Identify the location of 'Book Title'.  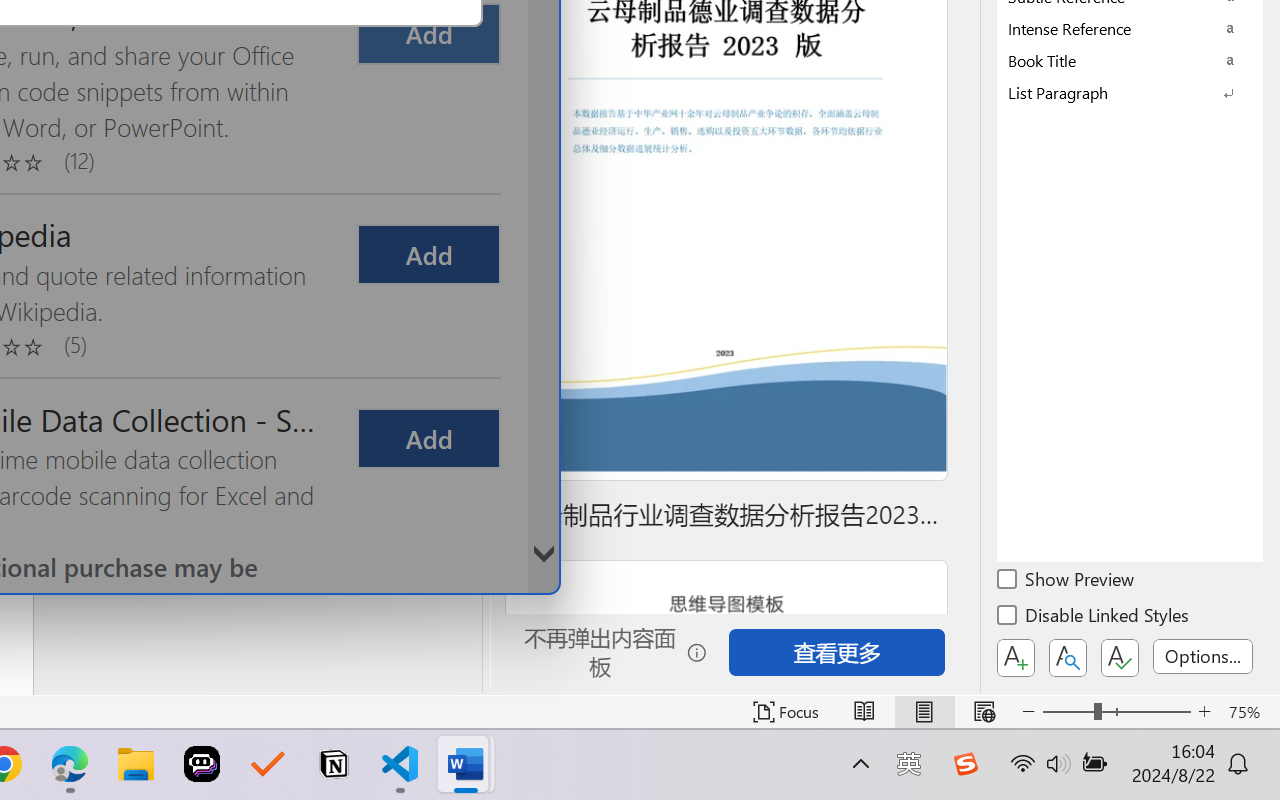
(1130, 59).